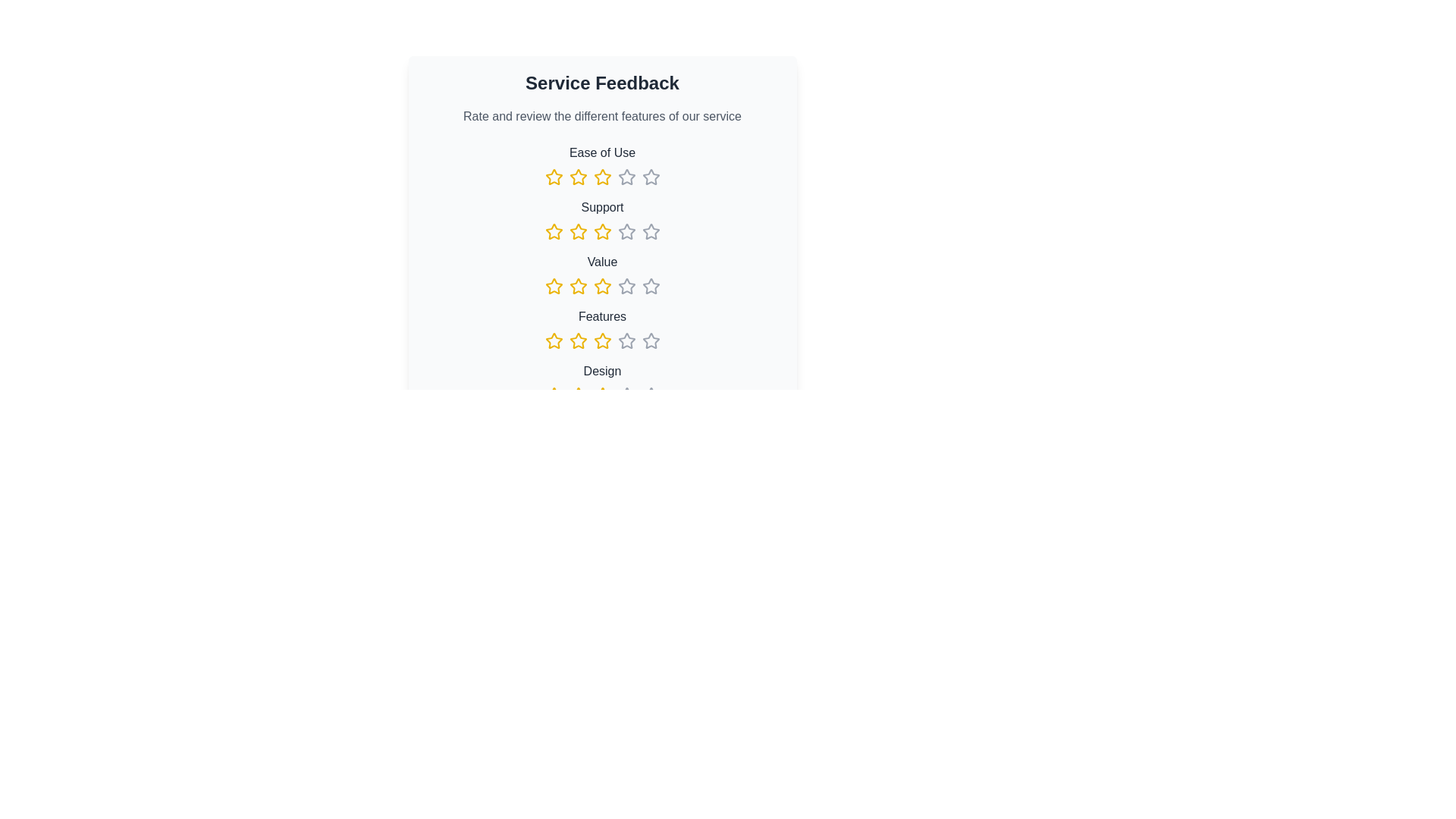 The height and width of the screenshot is (819, 1456). I want to click on the fourth star icon in the 'Value' rating row, so click(626, 287).